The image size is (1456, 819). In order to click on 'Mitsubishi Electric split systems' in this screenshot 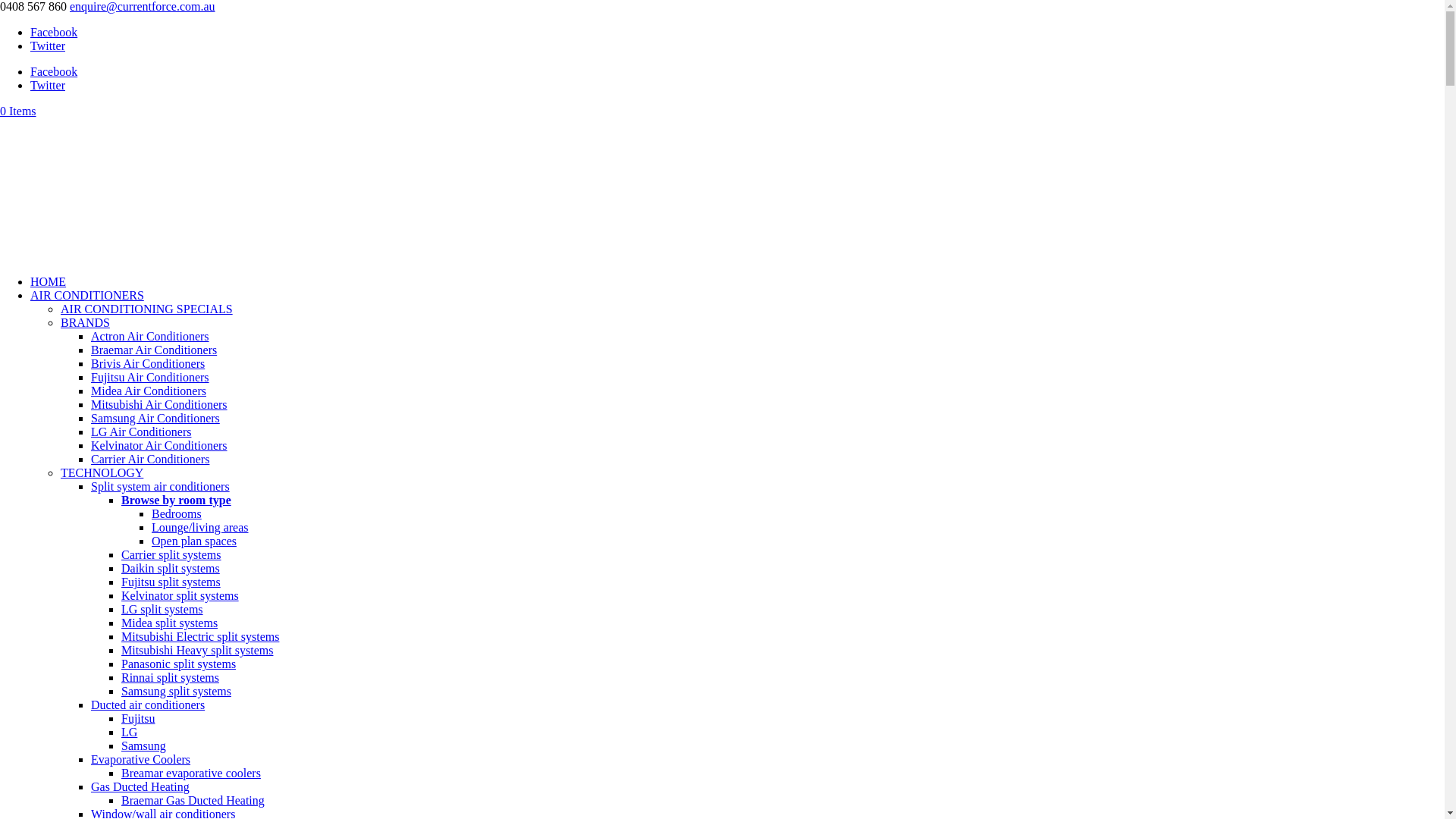, I will do `click(199, 636)`.